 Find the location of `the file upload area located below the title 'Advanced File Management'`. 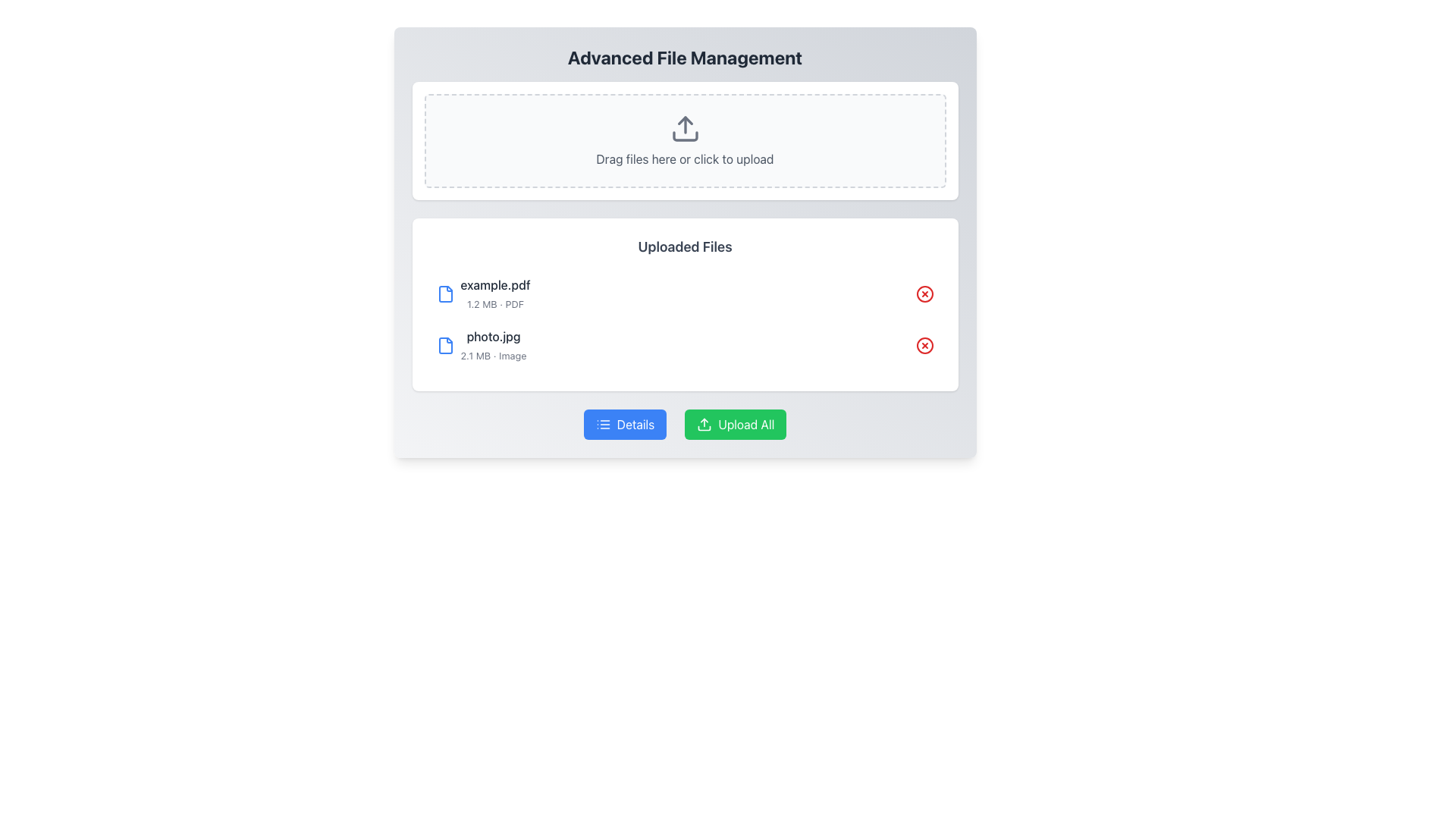

the file upload area located below the title 'Advanced File Management' is located at coordinates (684, 140).